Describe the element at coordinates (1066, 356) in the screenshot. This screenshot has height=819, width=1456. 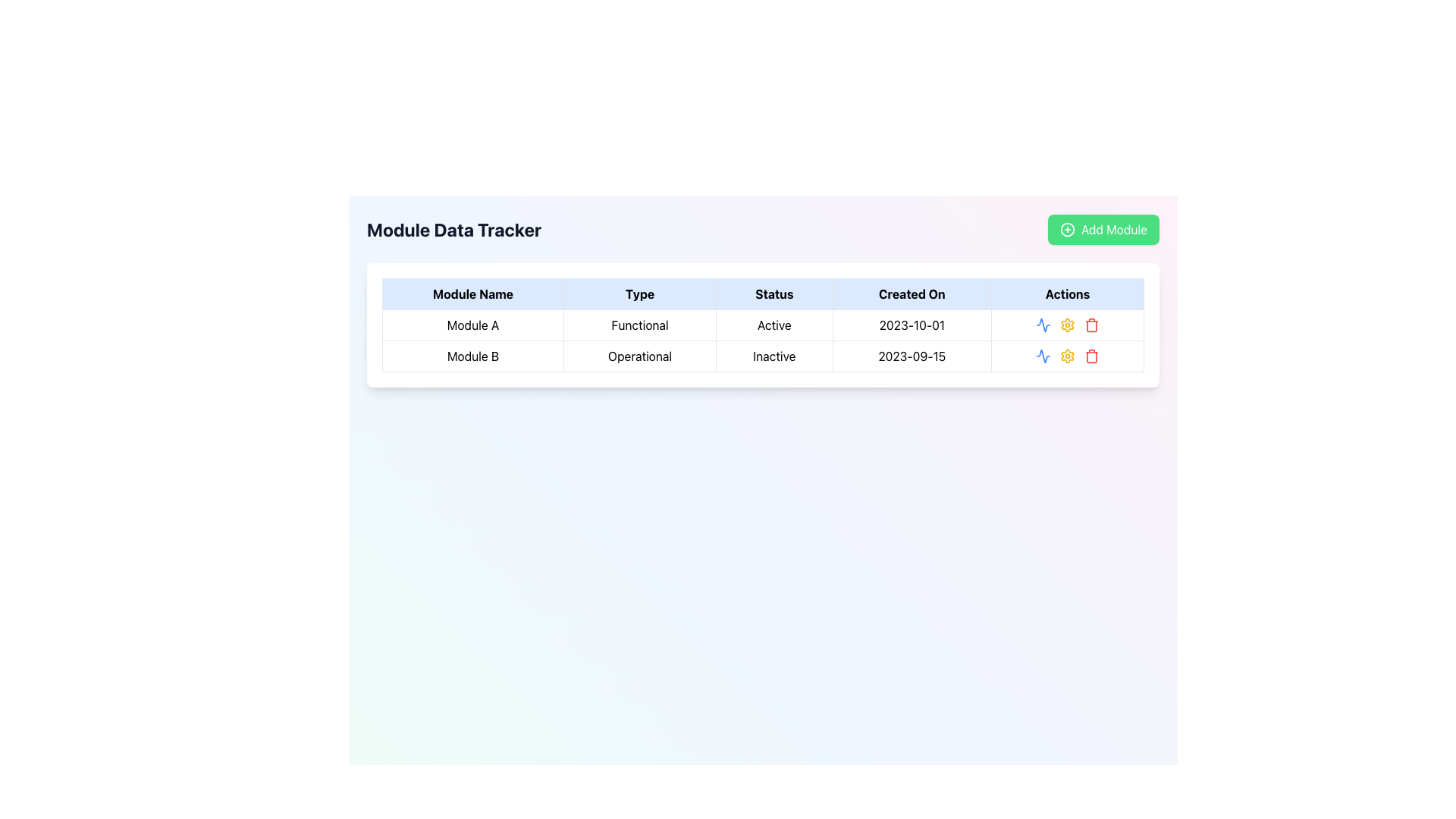
I see `the yellow cogwheel icon` at that location.